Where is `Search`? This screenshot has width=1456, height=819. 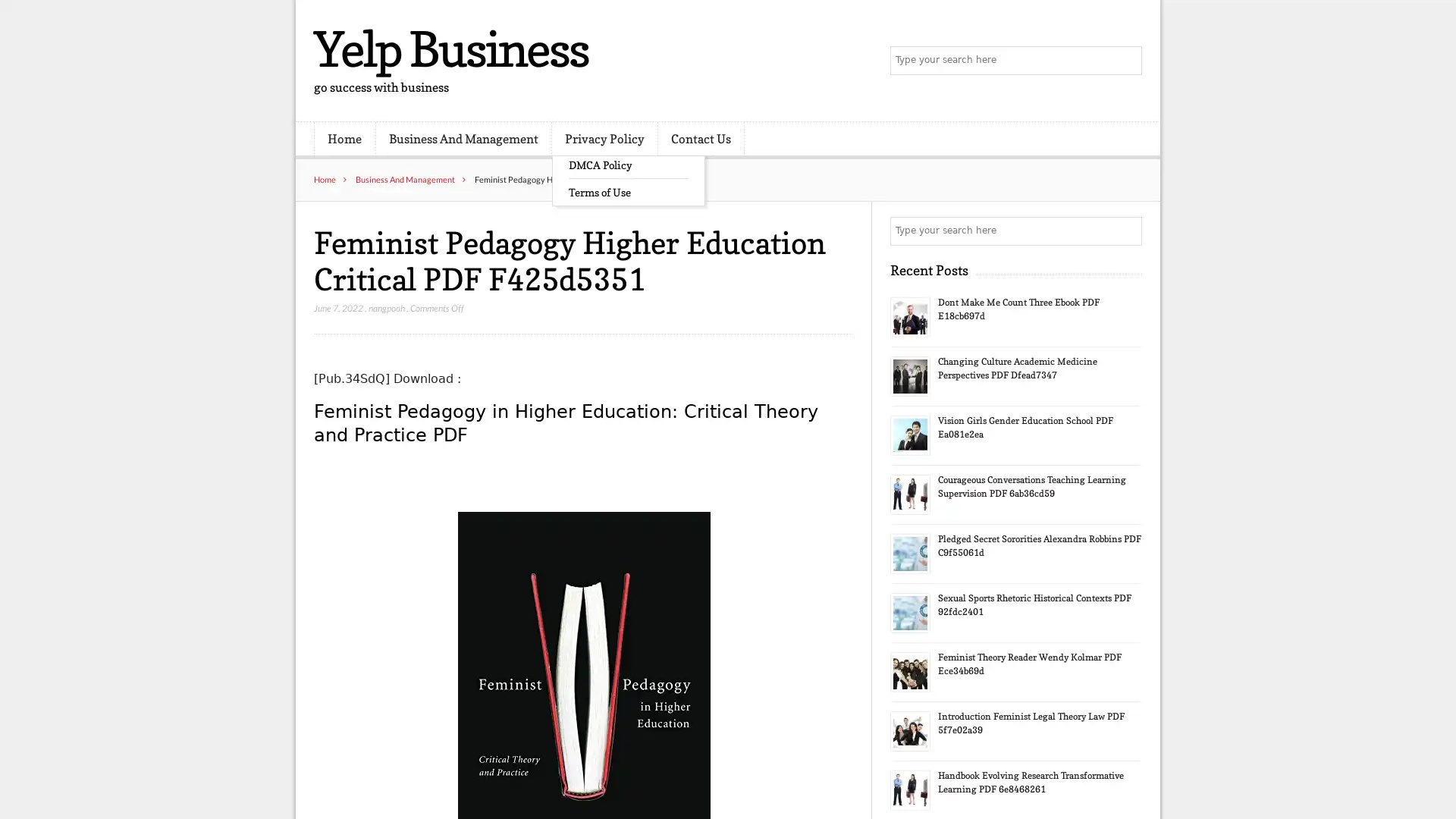
Search is located at coordinates (1126, 61).